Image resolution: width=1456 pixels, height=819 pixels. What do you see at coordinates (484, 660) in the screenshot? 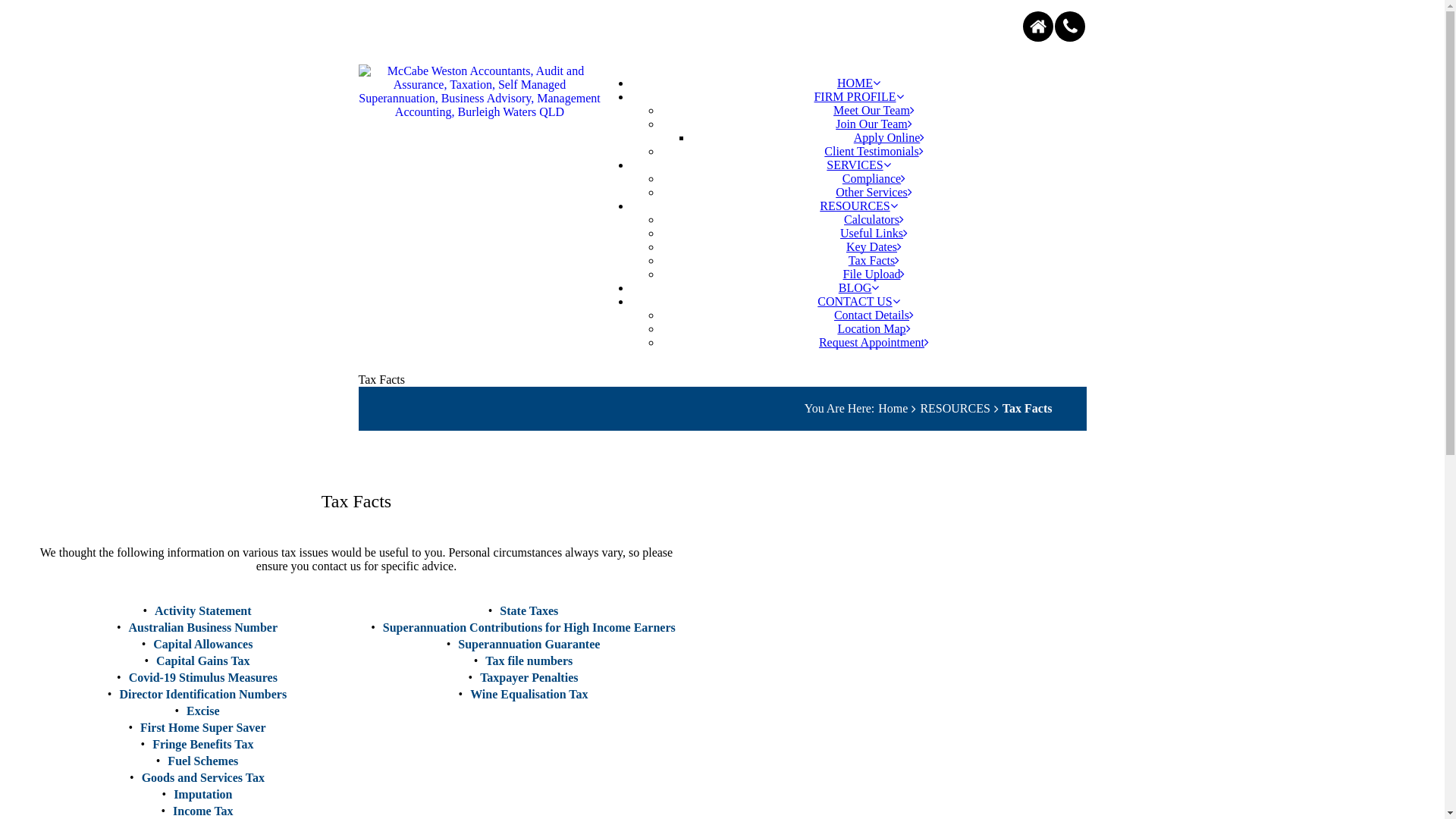
I see `'Tax file numbers'` at bounding box center [484, 660].